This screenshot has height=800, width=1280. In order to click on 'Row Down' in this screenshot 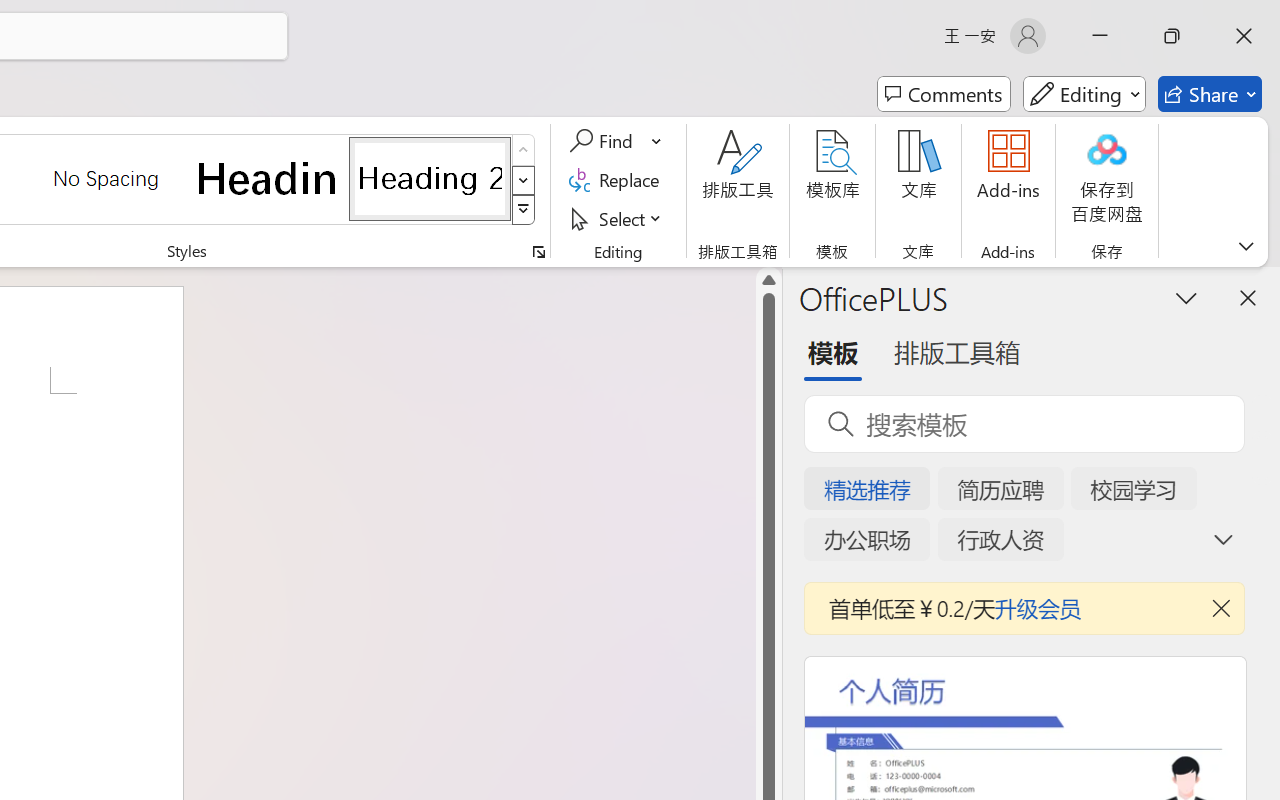, I will do `click(523, 179)`.